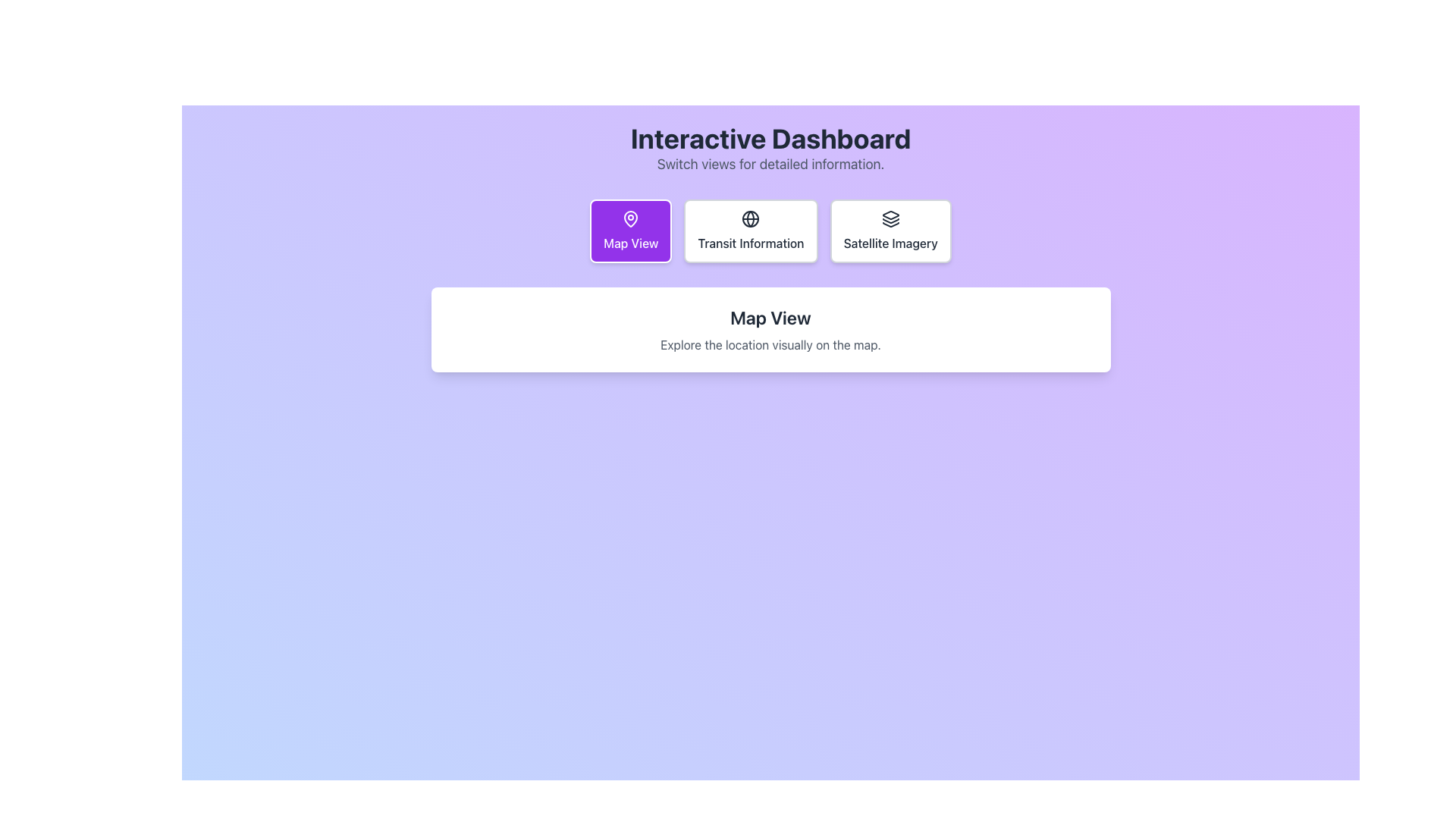 The height and width of the screenshot is (819, 1456). Describe the element at coordinates (770, 138) in the screenshot. I see `the 'Interactive Dashboard' header text element, which is styled in a large, bold font and positioned prominently at the upper center of the interface` at that location.